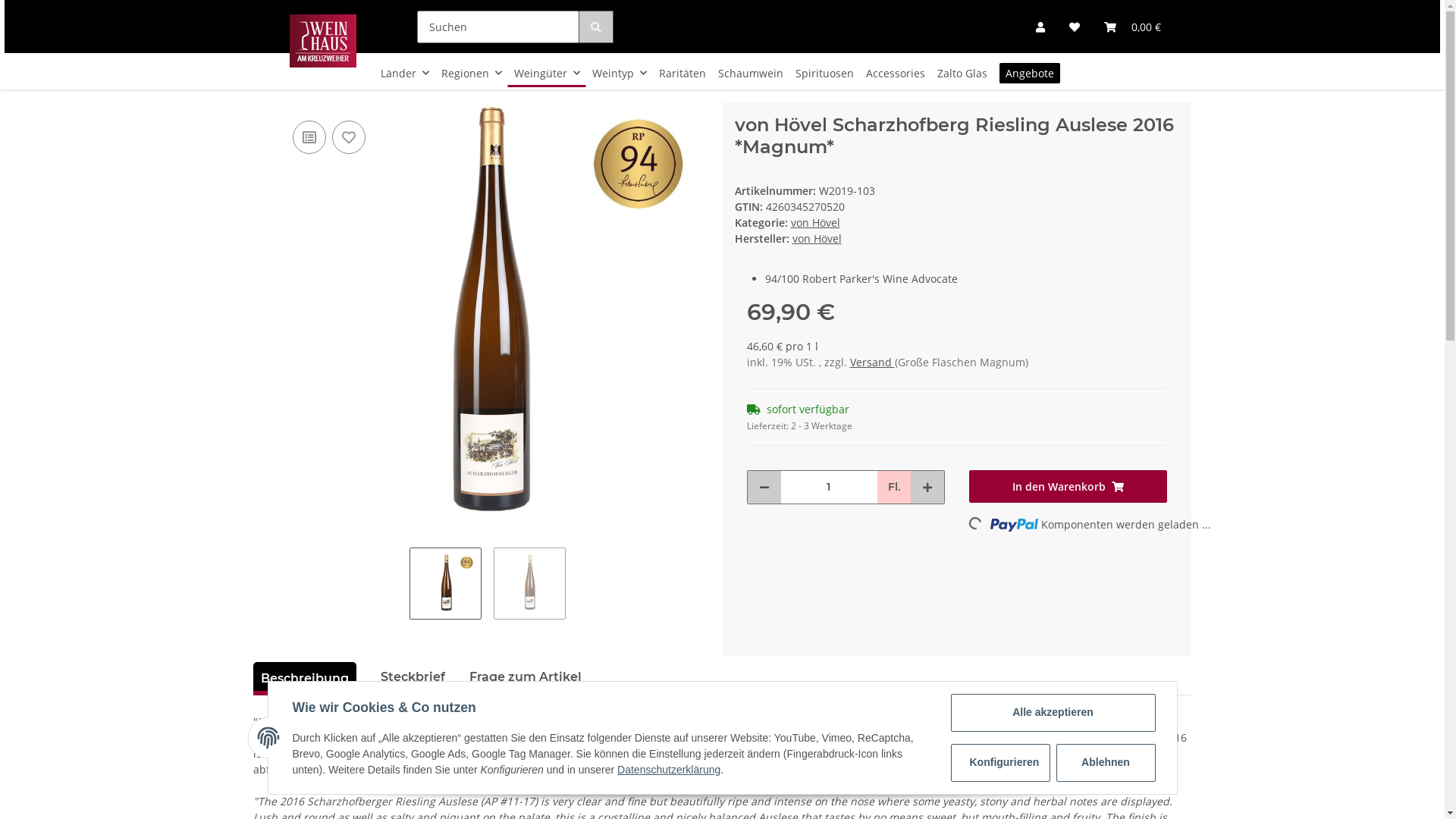 Image resolution: width=1456 pixels, height=819 pixels. What do you see at coordinates (824, 73) in the screenshot?
I see `'Spirituosen'` at bounding box center [824, 73].